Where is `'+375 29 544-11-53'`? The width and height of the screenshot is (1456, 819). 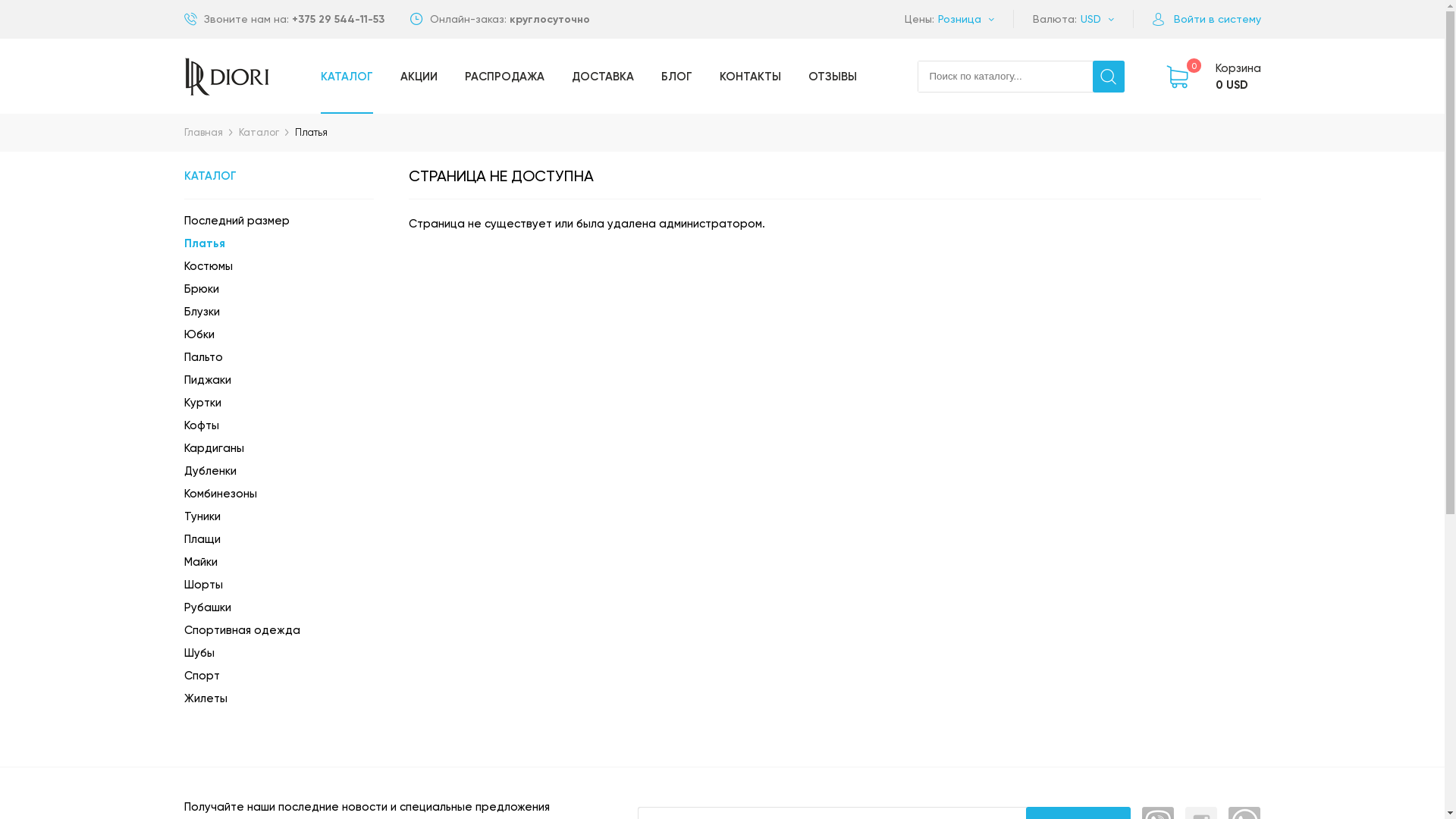 '+375 29 544-11-53' is located at coordinates (291, 19).